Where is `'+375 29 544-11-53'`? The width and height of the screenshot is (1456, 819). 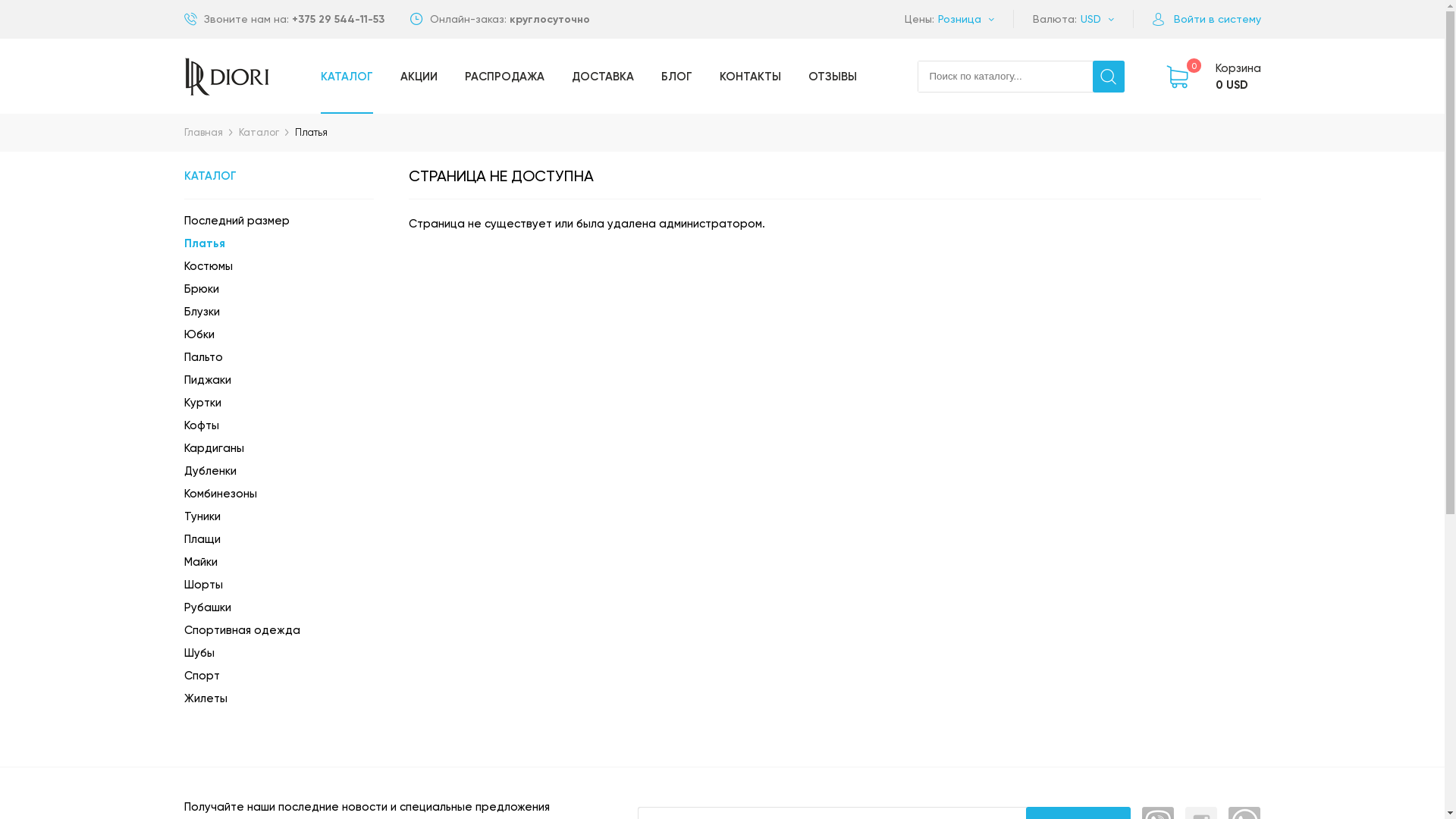 '+375 29 544-11-53' is located at coordinates (291, 19).